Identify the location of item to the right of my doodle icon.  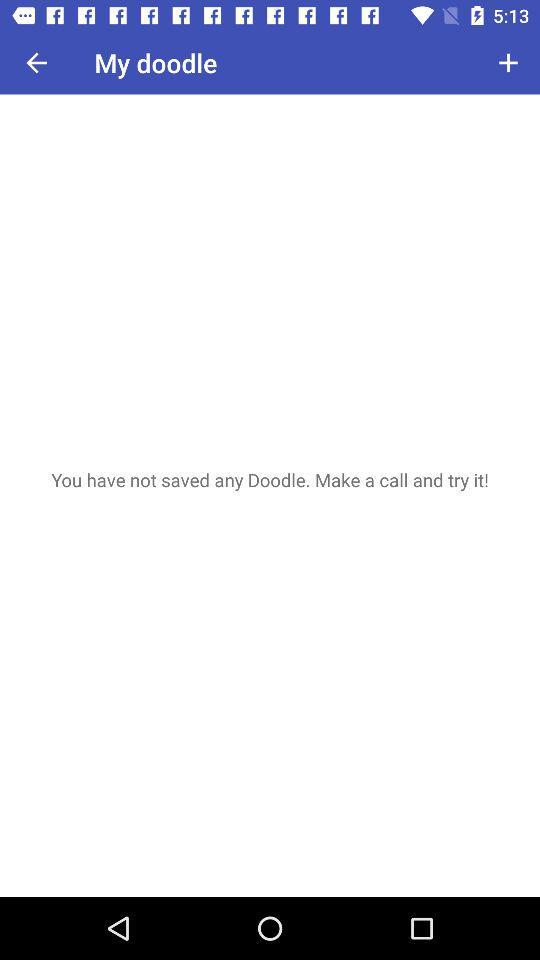
(508, 62).